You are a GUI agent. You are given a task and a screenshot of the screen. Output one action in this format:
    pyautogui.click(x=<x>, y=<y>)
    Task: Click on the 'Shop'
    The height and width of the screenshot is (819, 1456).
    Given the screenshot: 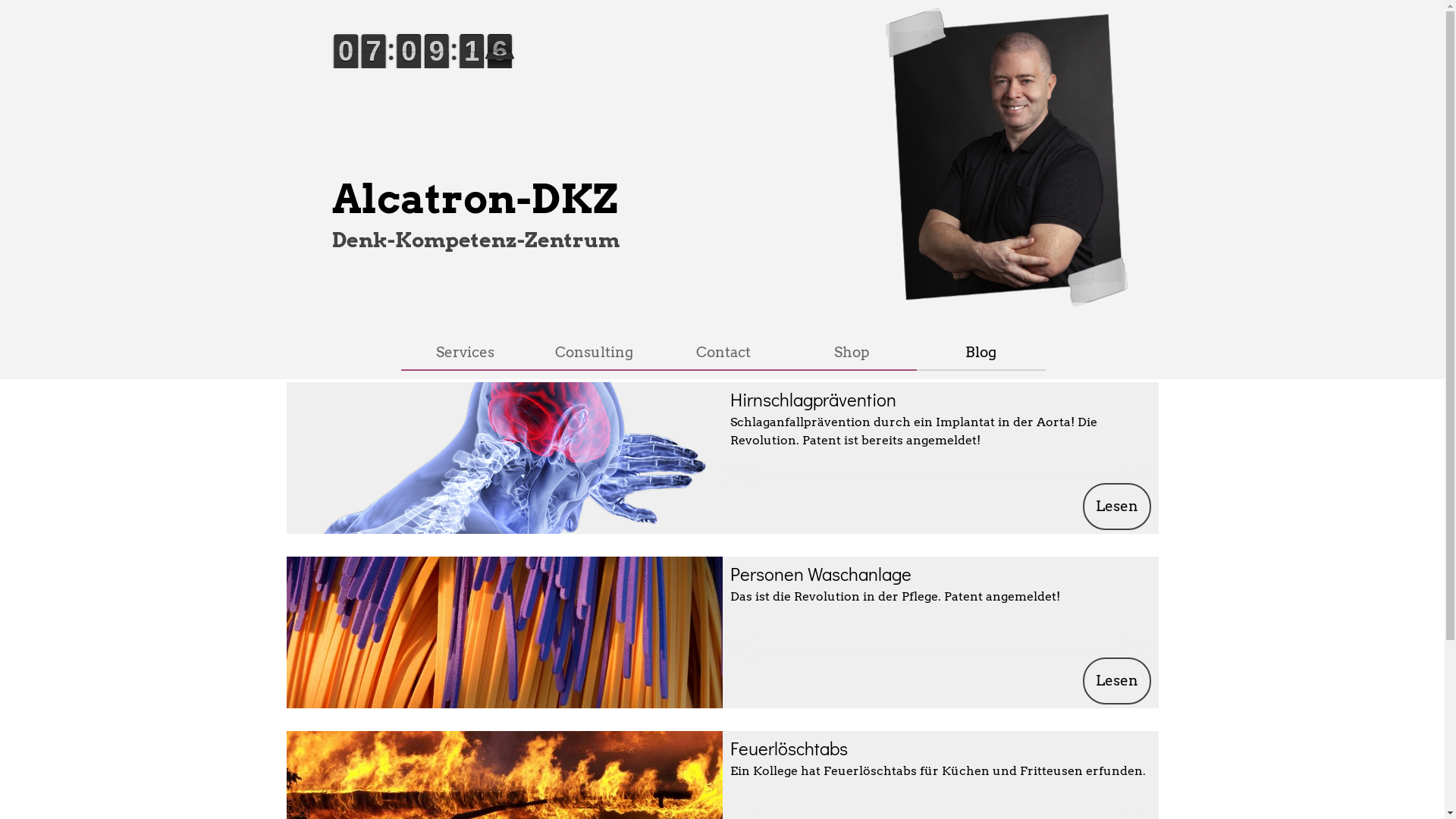 What is the action you would take?
    pyautogui.click(x=793, y=352)
    